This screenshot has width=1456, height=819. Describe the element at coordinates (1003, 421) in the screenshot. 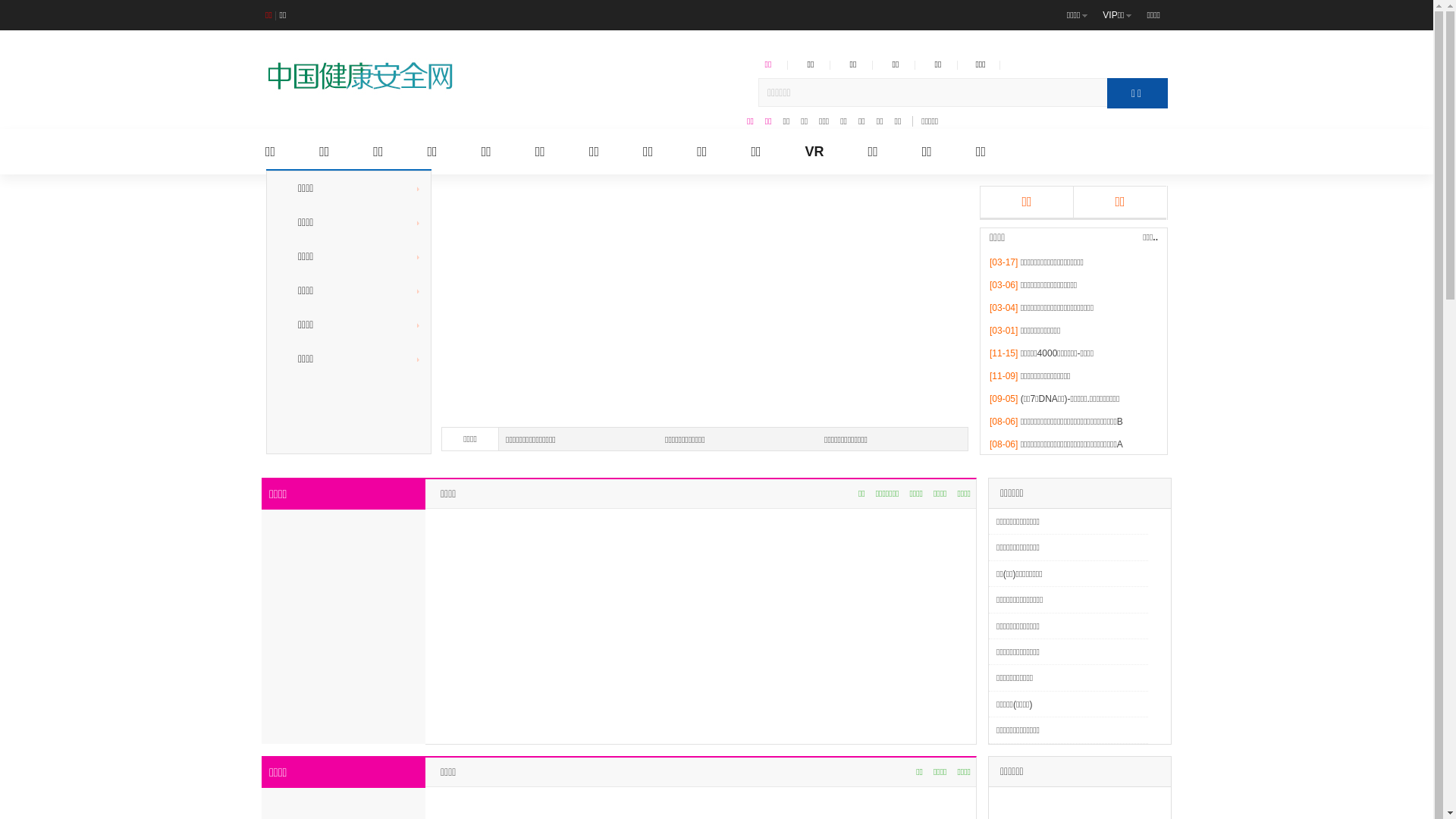

I see `'[08-06]'` at that location.